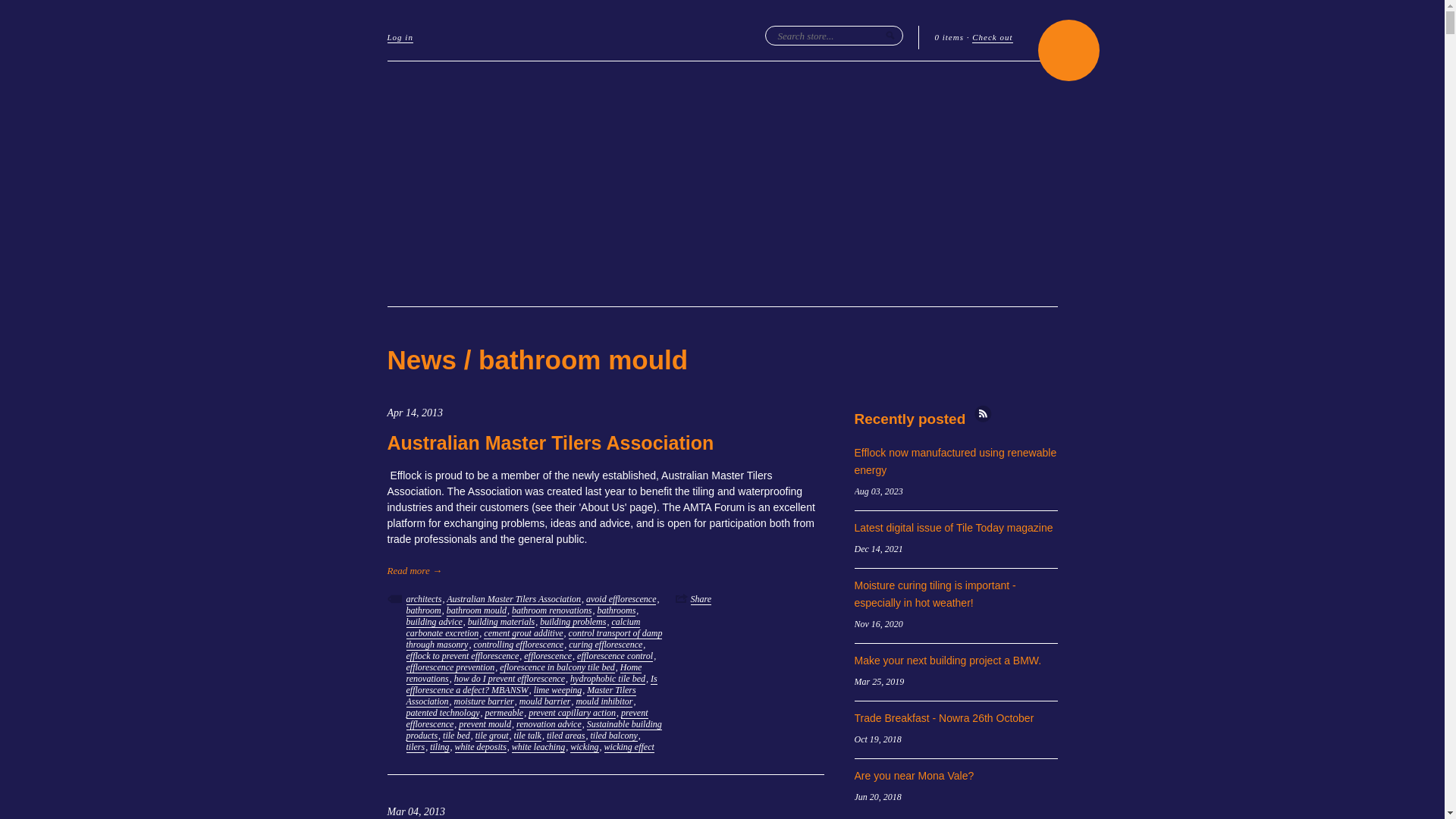 This screenshot has width=1456, height=819. Describe the element at coordinates (535, 639) in the screenshot. I see `'control transport of damp through masonry'` at that location.